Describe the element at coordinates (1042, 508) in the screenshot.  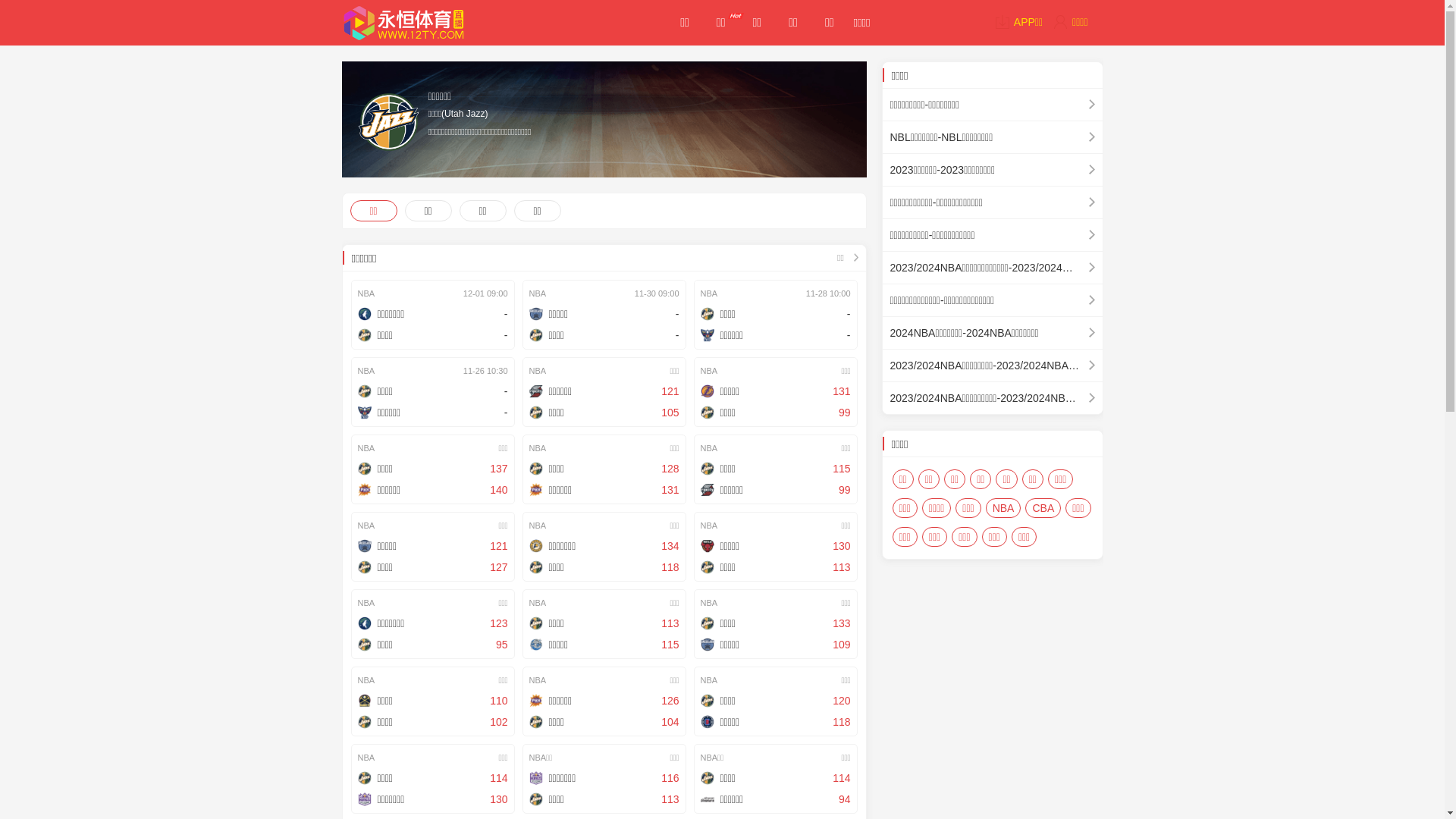
I see `'CBA'` at that location.